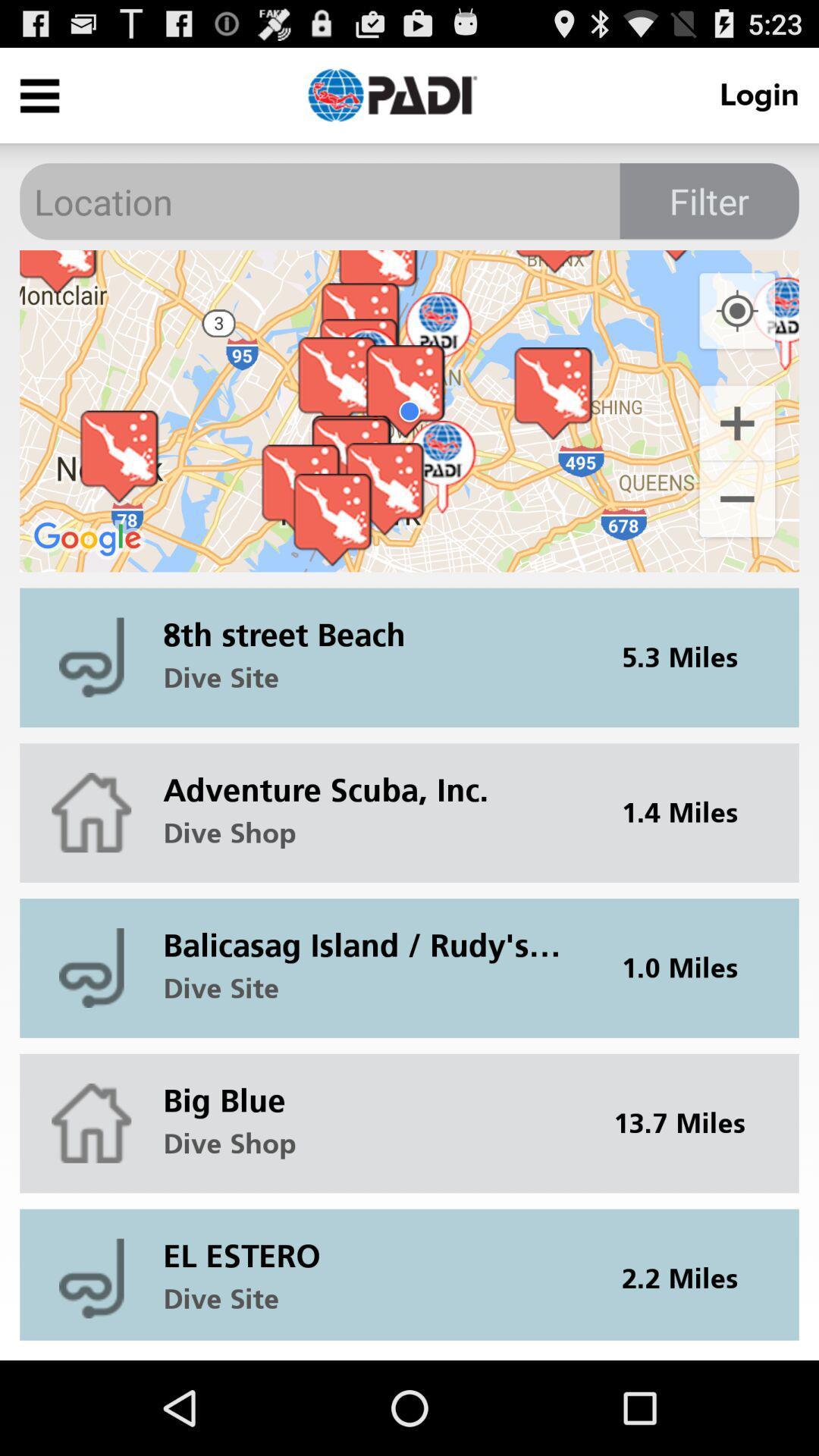 The width and height of the screenshot is (819, 1456). Describe the element at coordinates (736, 333) in the screenshot. I see `the location_crosshair icon` at that location.